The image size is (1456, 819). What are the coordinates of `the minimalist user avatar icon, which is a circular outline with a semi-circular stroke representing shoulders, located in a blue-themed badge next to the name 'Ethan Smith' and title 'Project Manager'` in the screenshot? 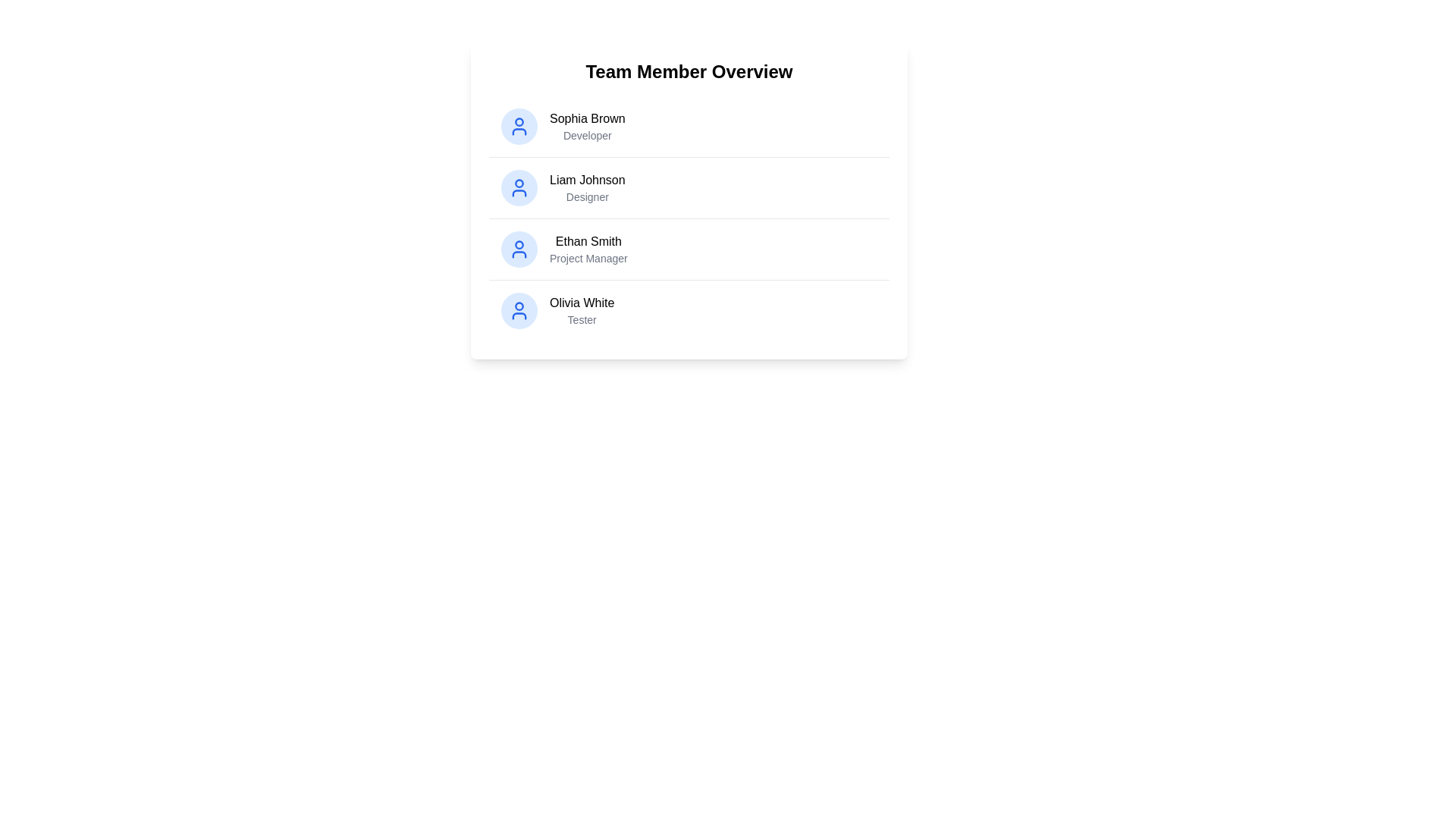 It's located at (519, 248).